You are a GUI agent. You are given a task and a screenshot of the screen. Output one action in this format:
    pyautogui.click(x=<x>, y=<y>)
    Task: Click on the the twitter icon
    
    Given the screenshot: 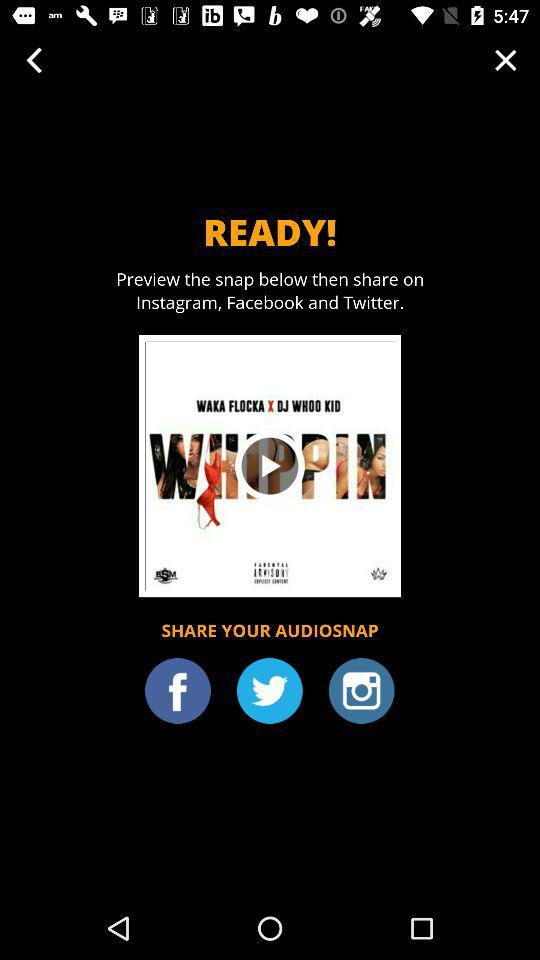 What is the action you would take?
    pyautogui.click(x=269, y=690)
    